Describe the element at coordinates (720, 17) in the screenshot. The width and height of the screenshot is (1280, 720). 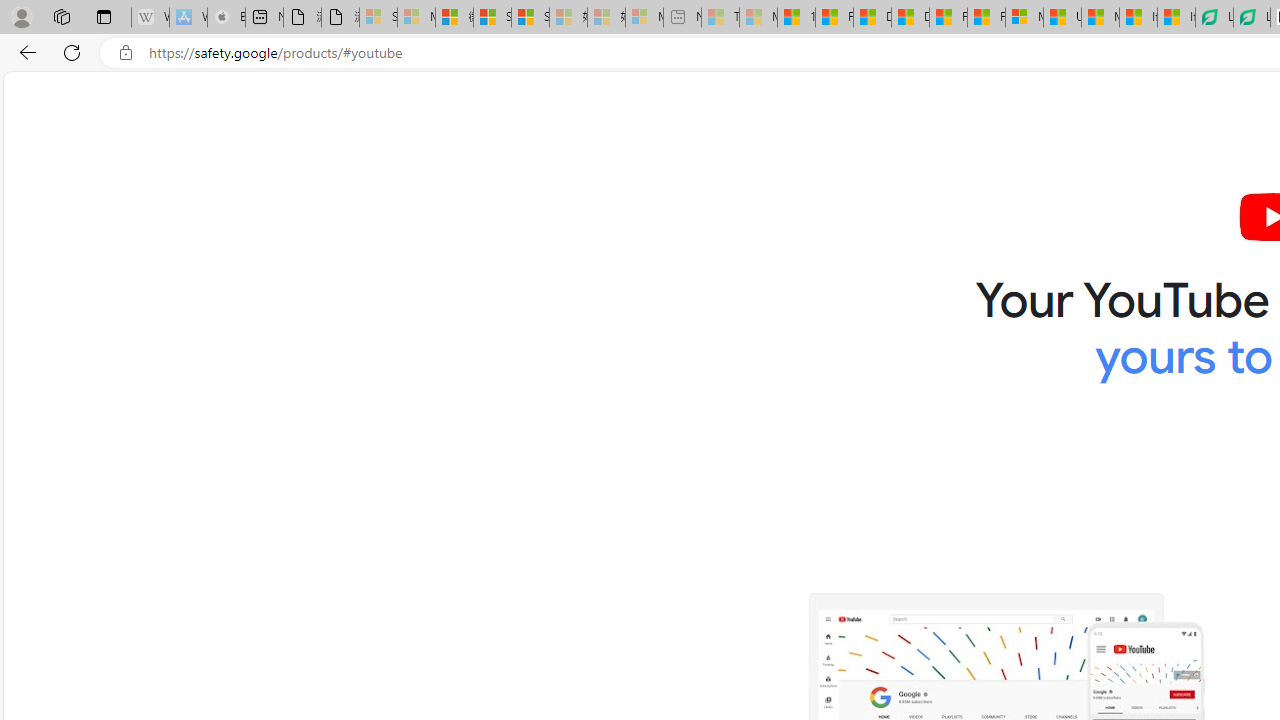
I see `'Top Stories - MSN - Sleeping'` at that location.